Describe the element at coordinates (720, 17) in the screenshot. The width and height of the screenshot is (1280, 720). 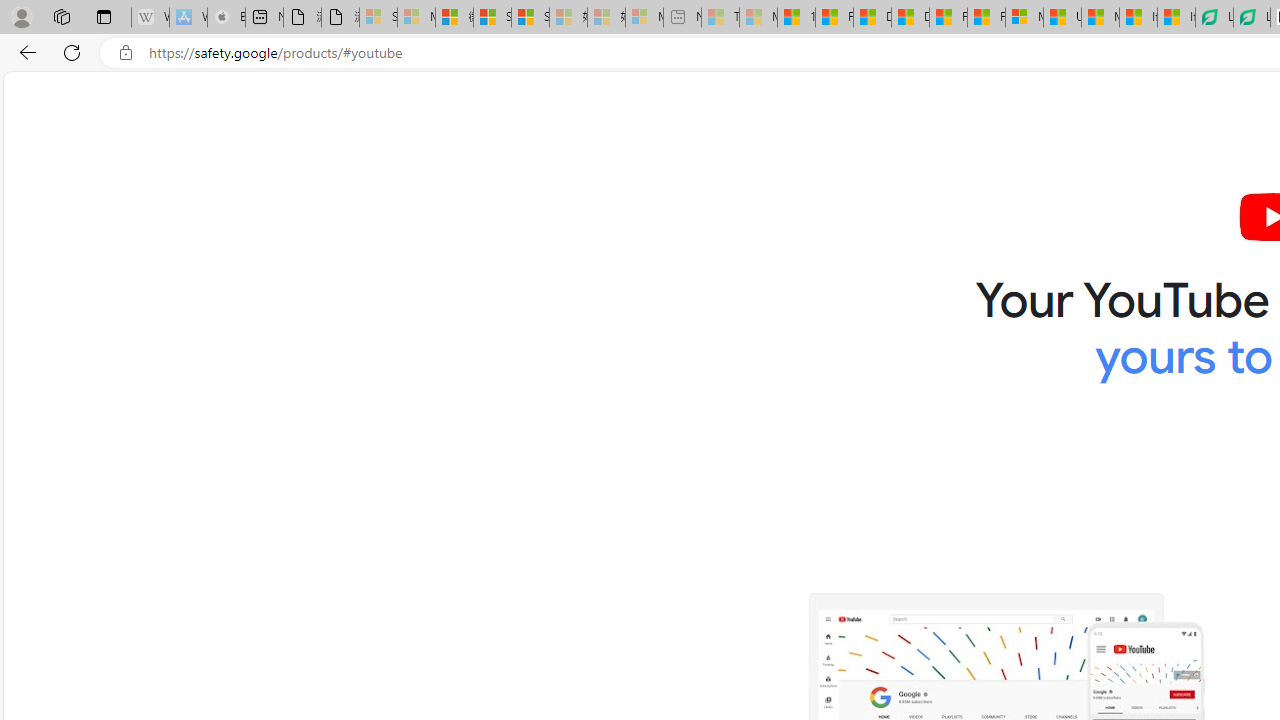
I see `'Top Stories - MSN - Sleeping'` at that location.